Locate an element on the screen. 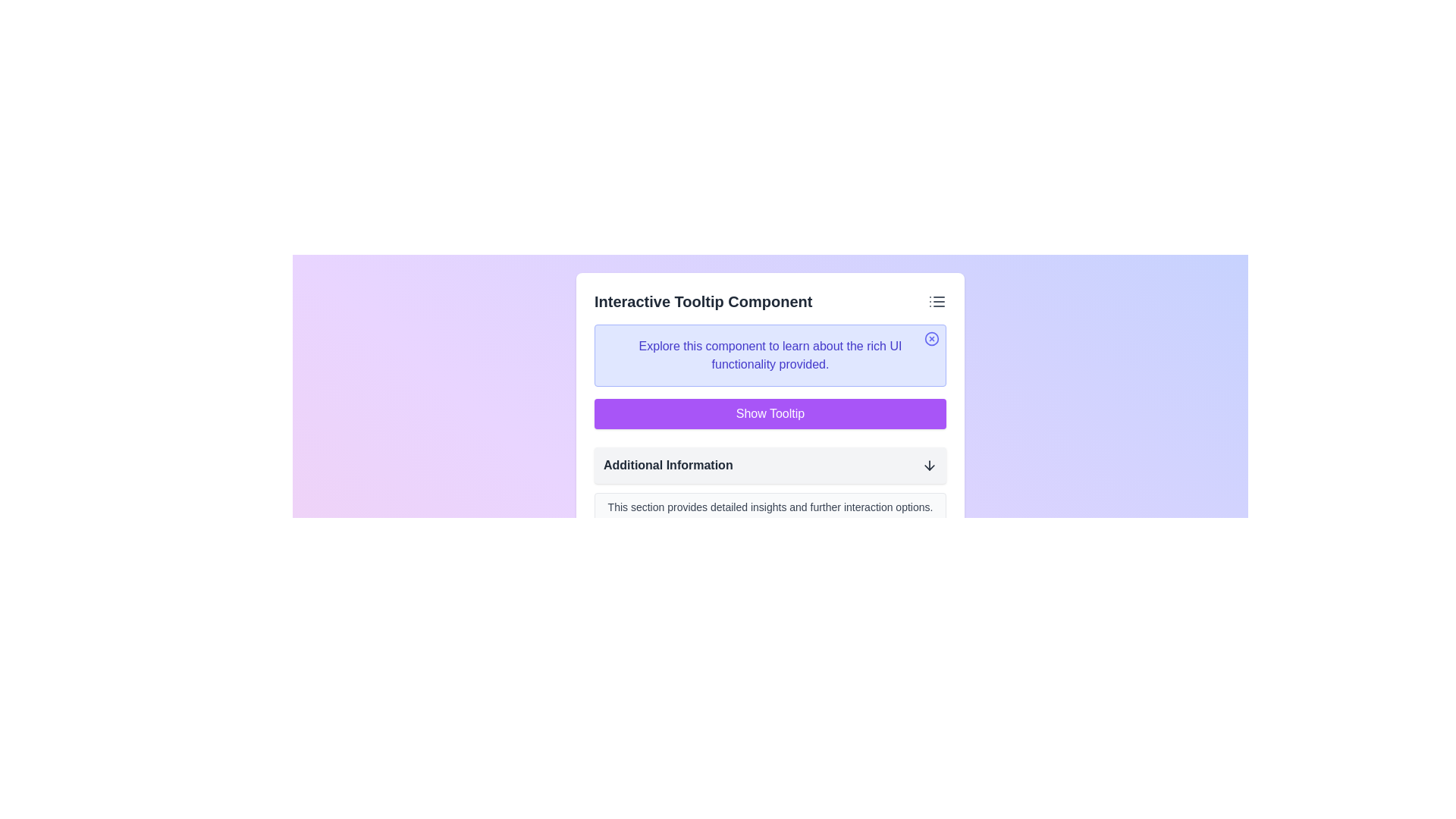  the button located below the light purple information box and above the 'Additional Information' section for keyboard interaction is located at coordinates (770, 406).